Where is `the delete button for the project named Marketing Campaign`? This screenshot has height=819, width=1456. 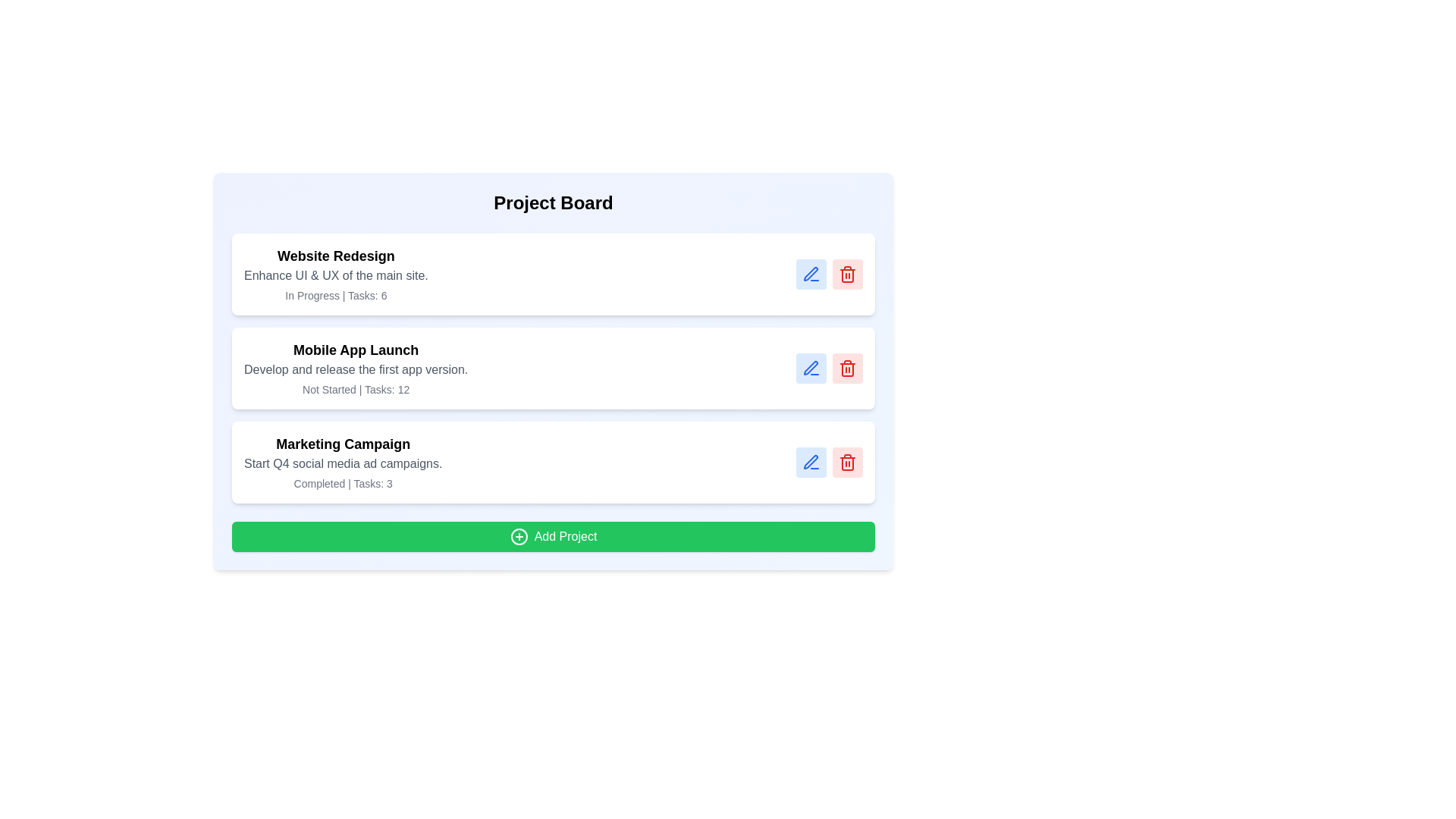 the delete button for the project named Marketing Campaign is located at coordinates (847, 461).